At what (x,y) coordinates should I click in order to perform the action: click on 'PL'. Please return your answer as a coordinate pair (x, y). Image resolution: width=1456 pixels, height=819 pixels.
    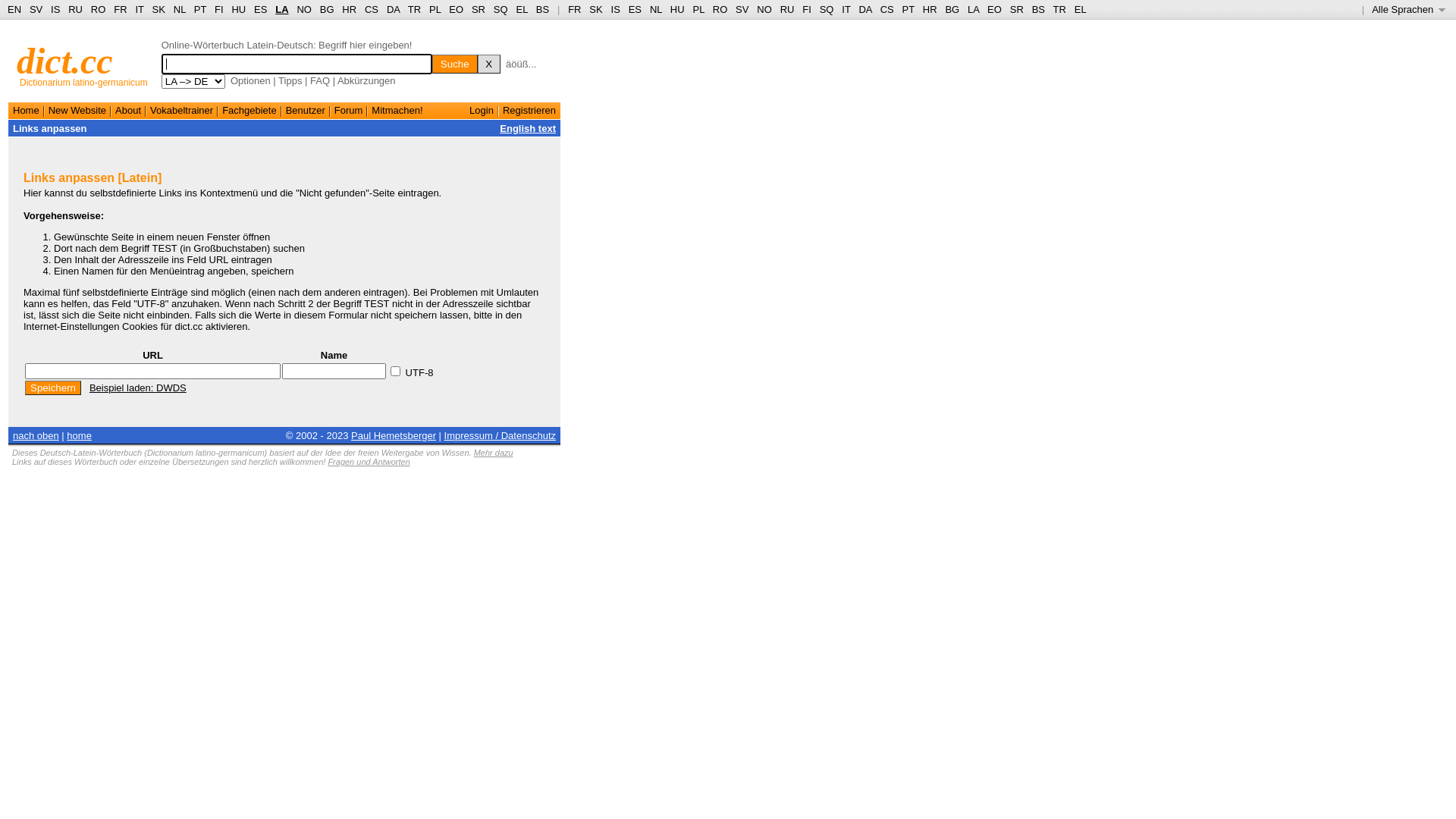
    Looking at the image, I should click on (434, 9).